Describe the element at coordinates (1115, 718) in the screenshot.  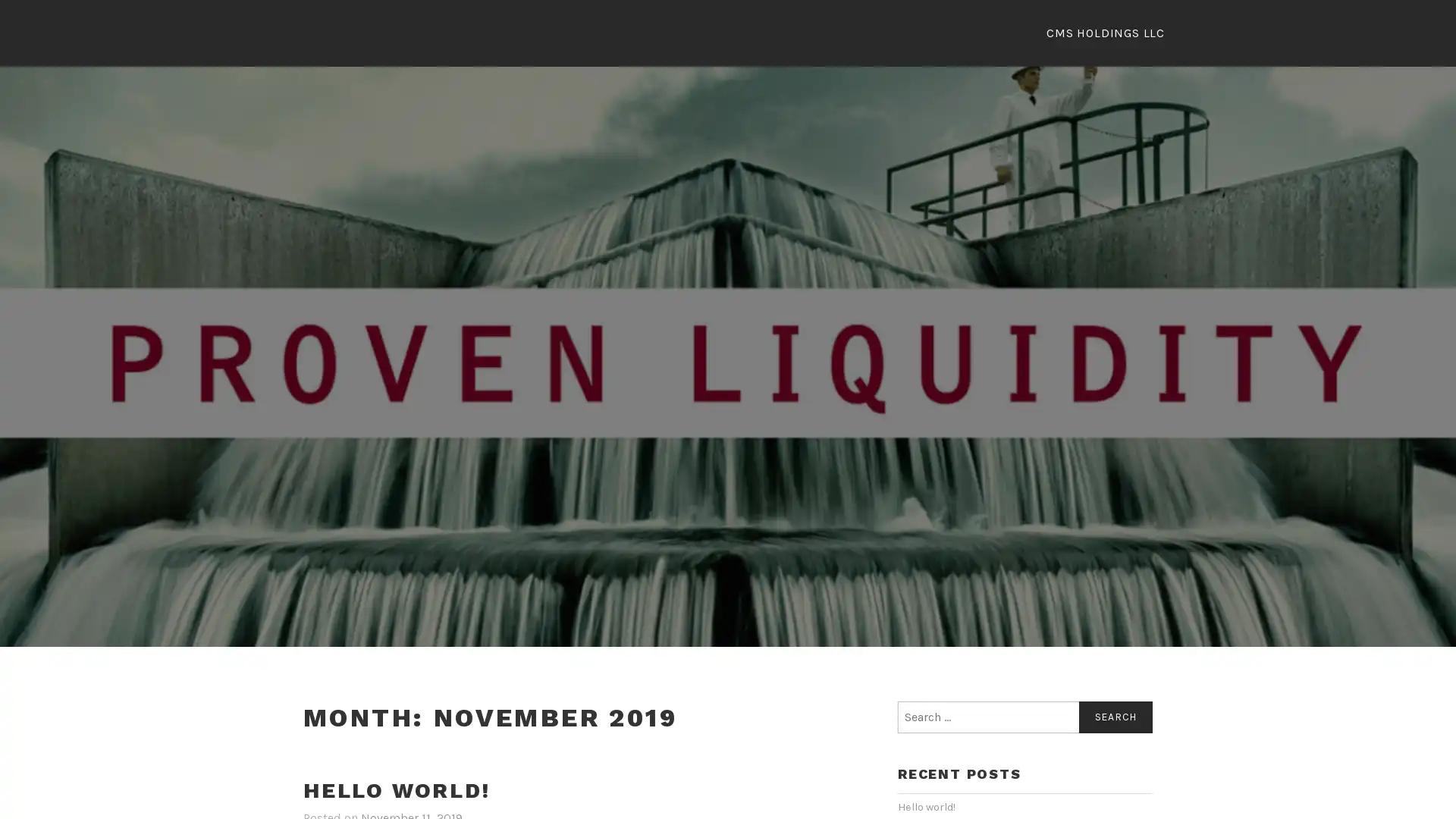
I see `Search` at that location.